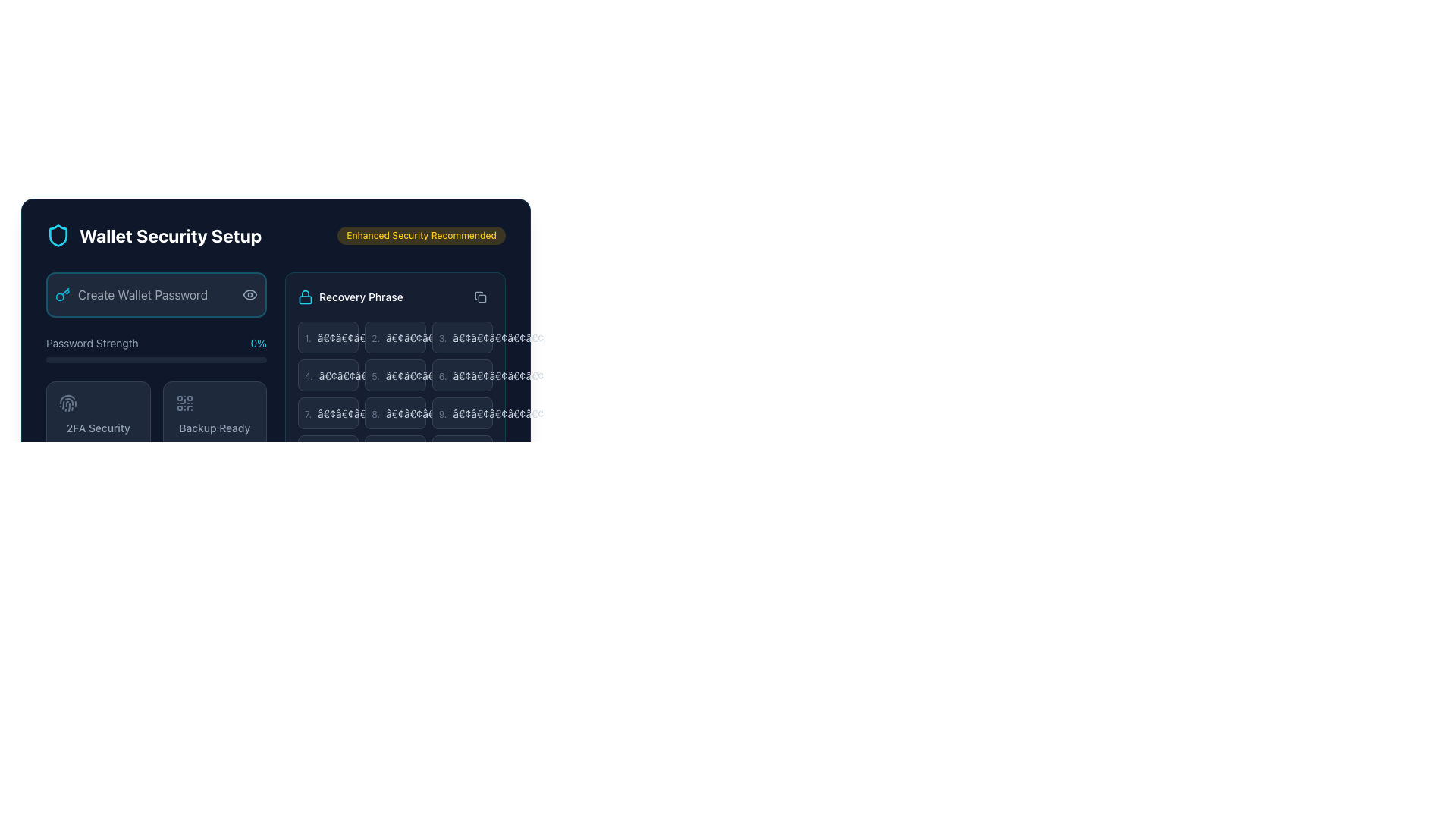 The width and height of the screenshot is (1456, 819). I want to click on the second component box with text fields, which has a dark slate-colored background and contains a numeric indicator '2.' and concealed symbols, so click(395, 336).